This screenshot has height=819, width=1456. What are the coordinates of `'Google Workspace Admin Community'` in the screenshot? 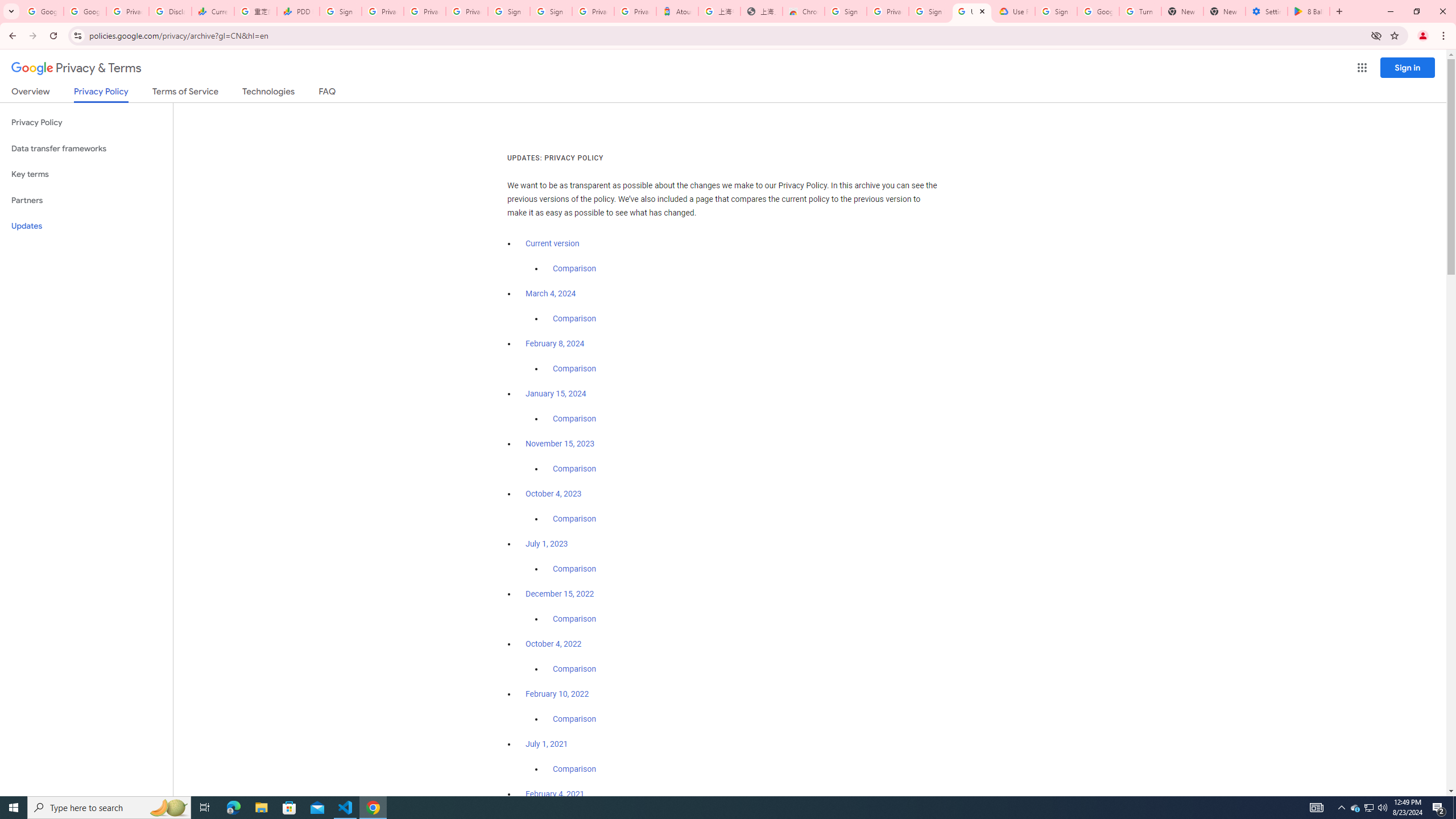 It's located at (42, 11).